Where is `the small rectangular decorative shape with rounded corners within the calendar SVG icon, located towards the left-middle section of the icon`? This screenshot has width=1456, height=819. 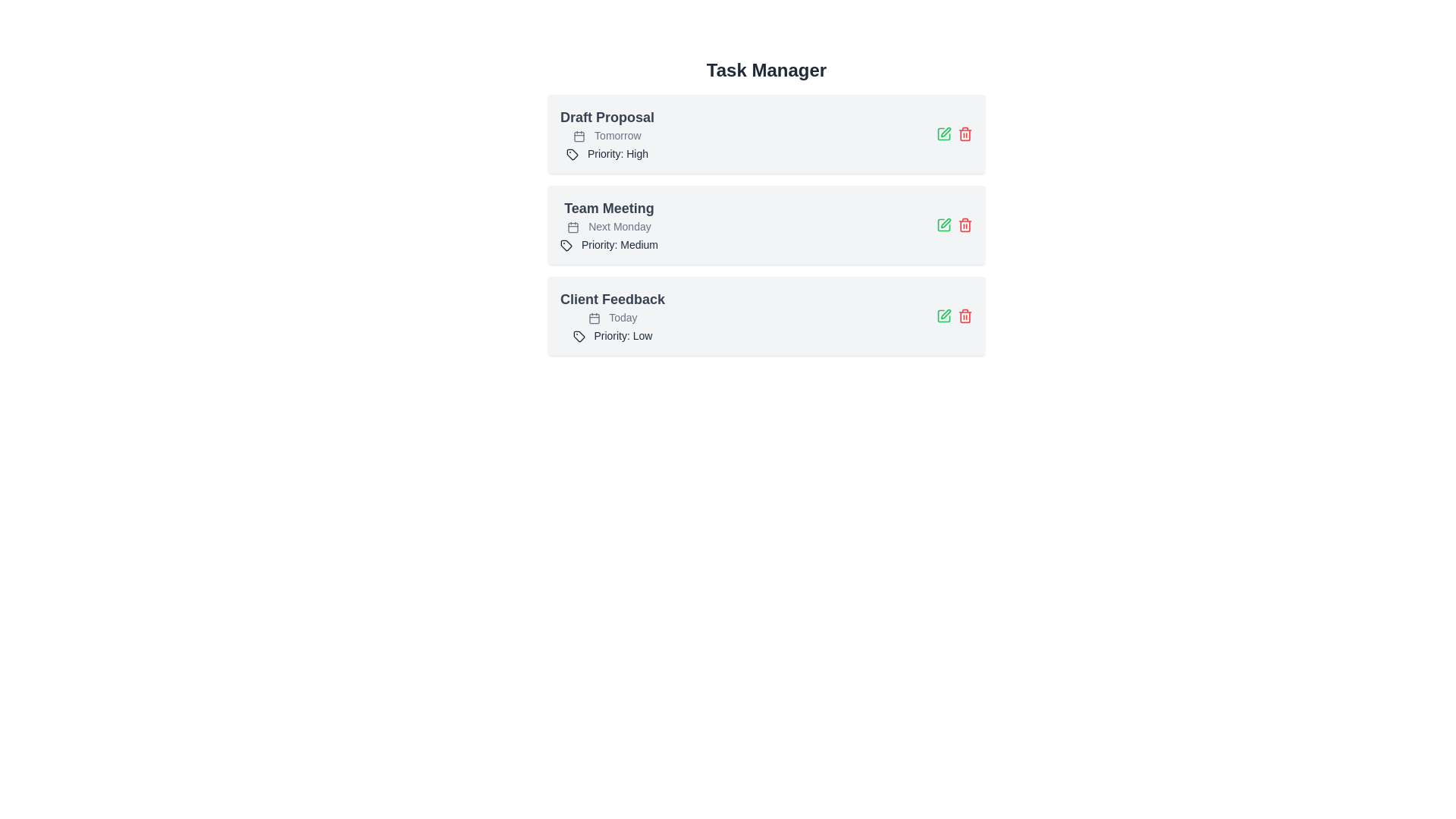
the small rectangular decorative shape with rounded corners within the calendar SVG icon, located towards the left-middle section of the icon is located at coordinates (573, 227).